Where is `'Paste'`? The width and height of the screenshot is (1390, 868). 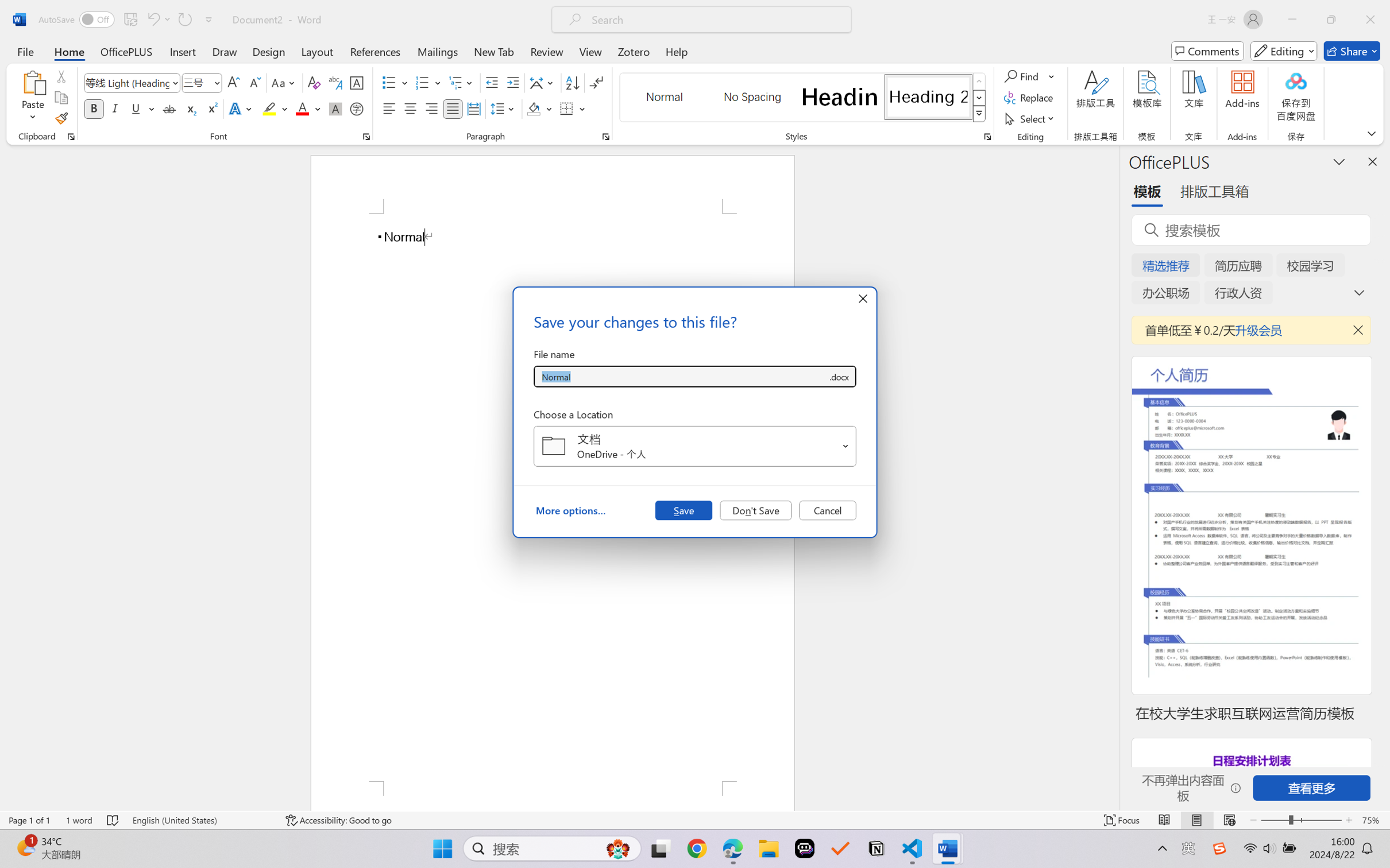
'Paste' is located at coordinates (33, 82).